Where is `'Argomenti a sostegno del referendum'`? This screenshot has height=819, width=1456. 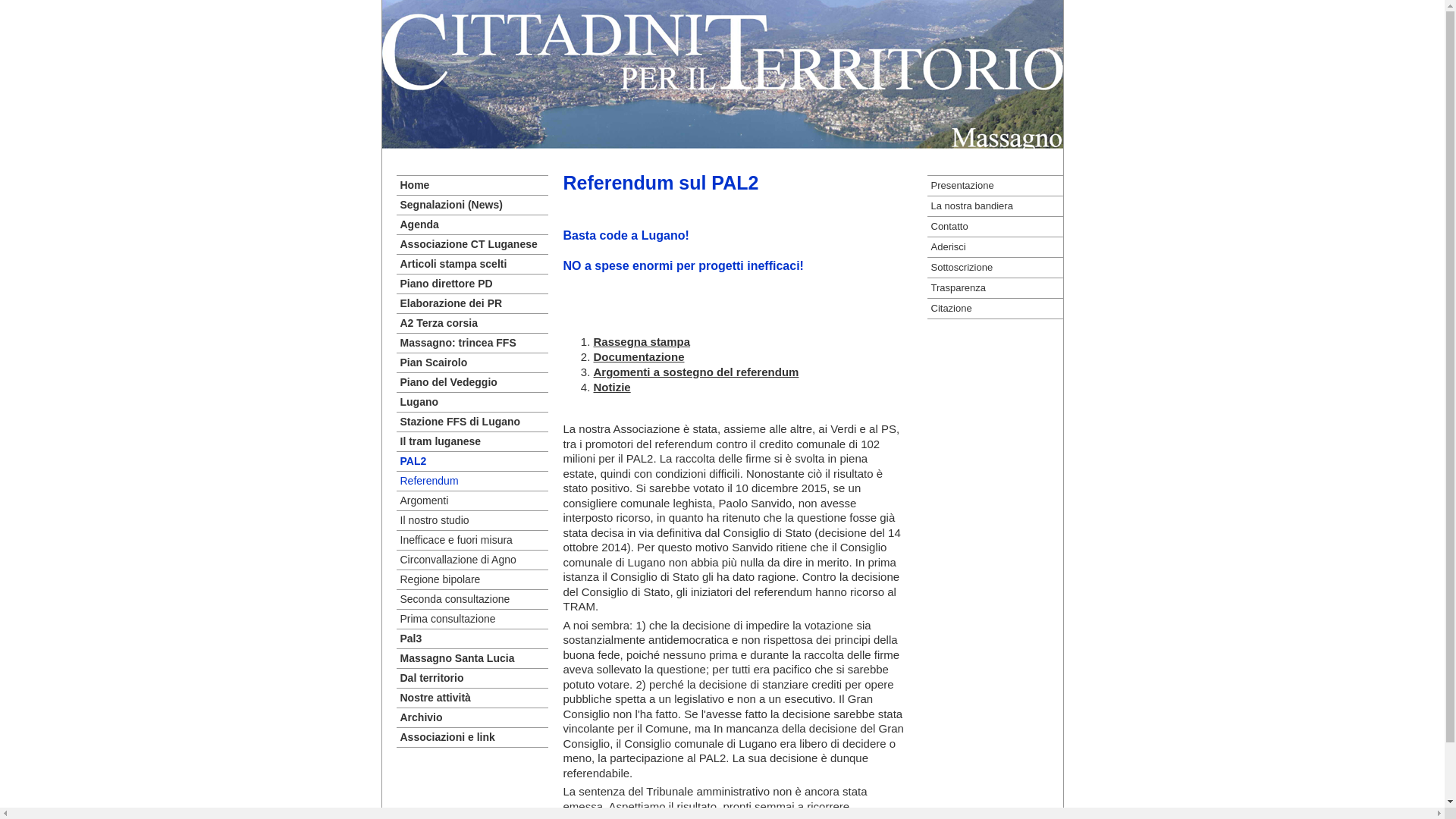
'Argomenti a sostegno del referendum' is located at coordinates (695, 372).